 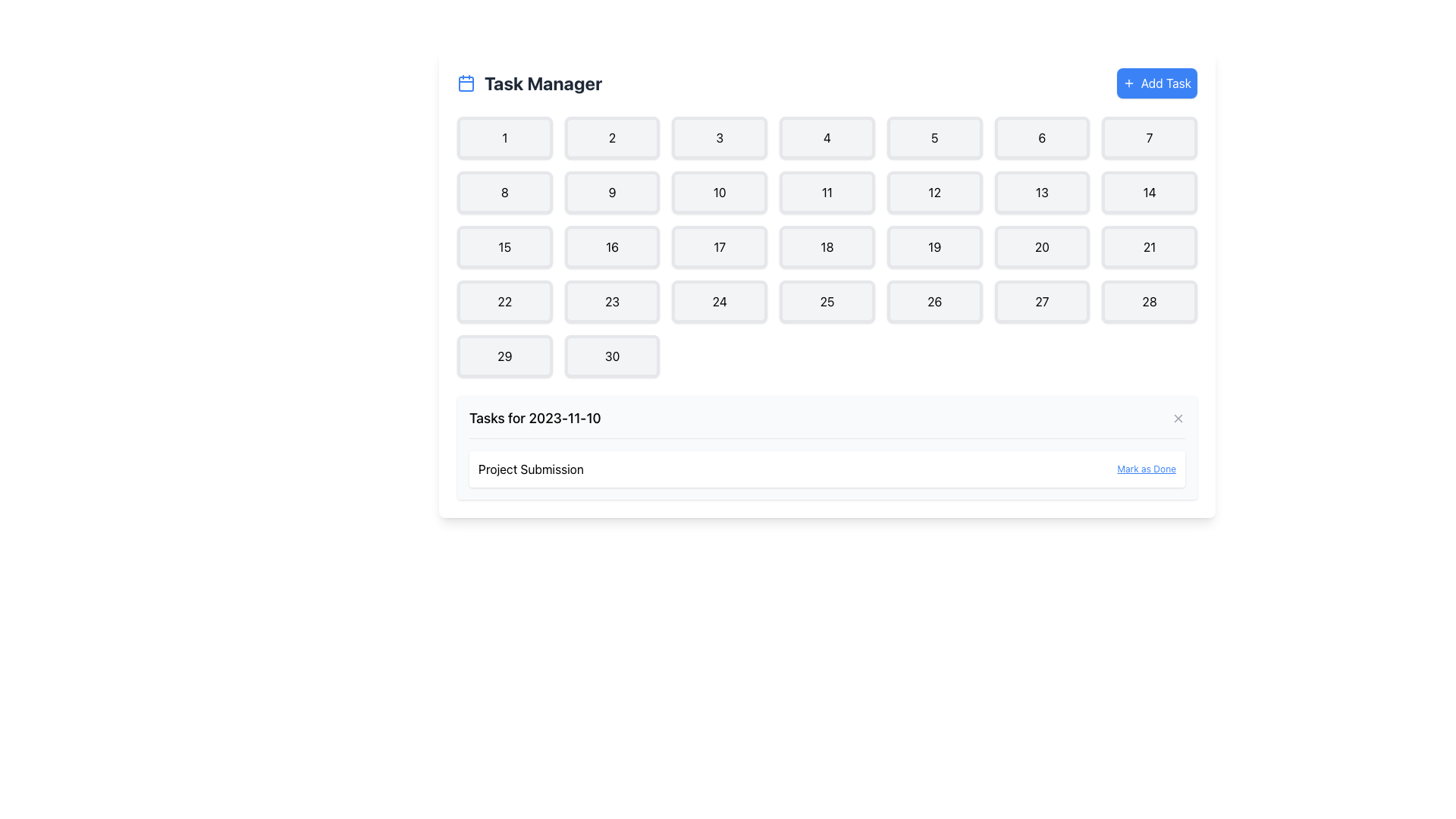 What do you see at coordinates (535, 418) in the screenshot?
I see `the content of the Text Label that serves as a heading for the tasks overview section, indicating the date associated with the tasks` at bounding box center [535, 418].